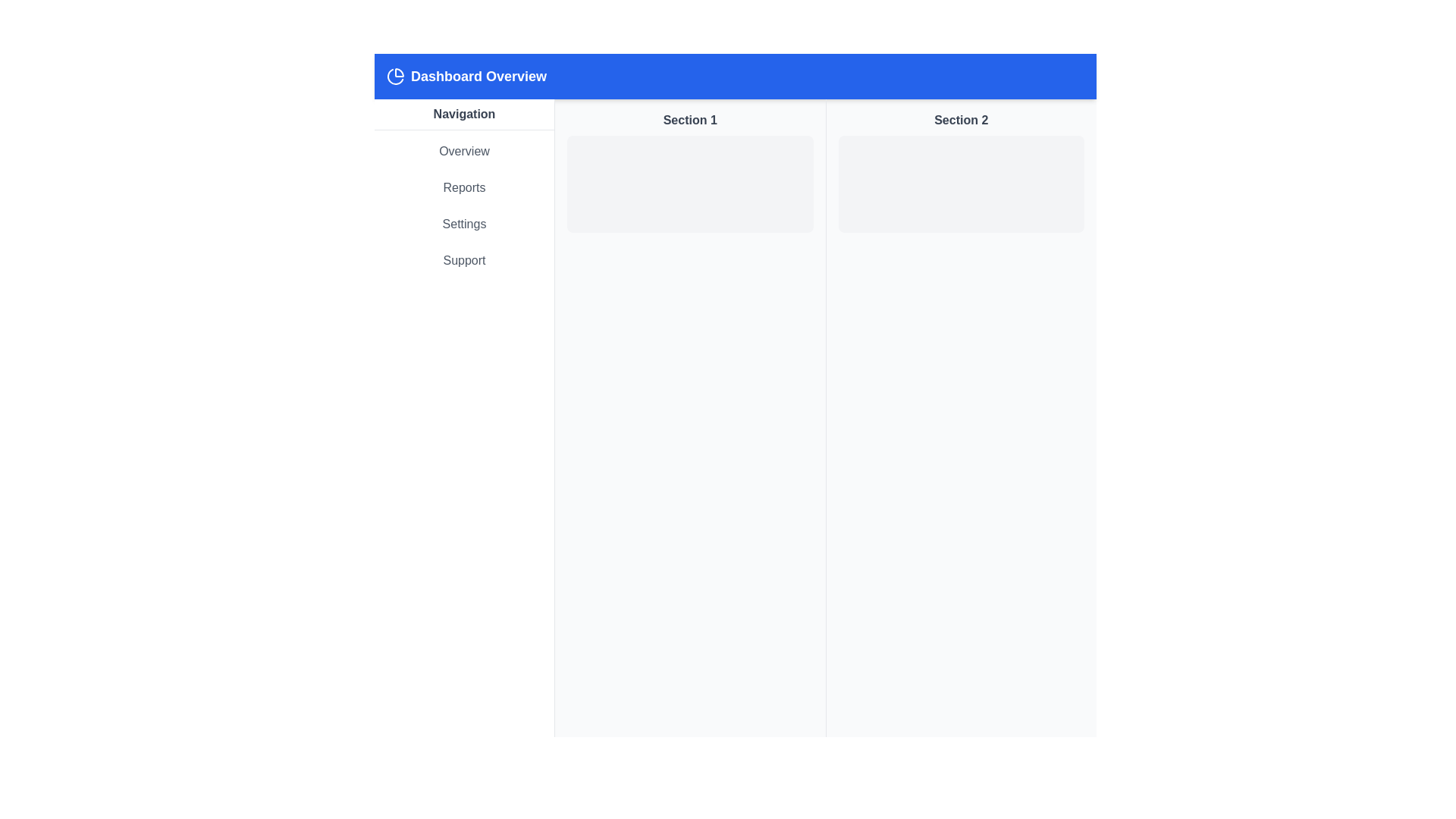  What do you see at coordinates (960, 119) in the screenshot?
I see `the text label that serves as a title for the second section of the layout, located in the second column, directly below the blue header bar` at bounding box center [960, 119].